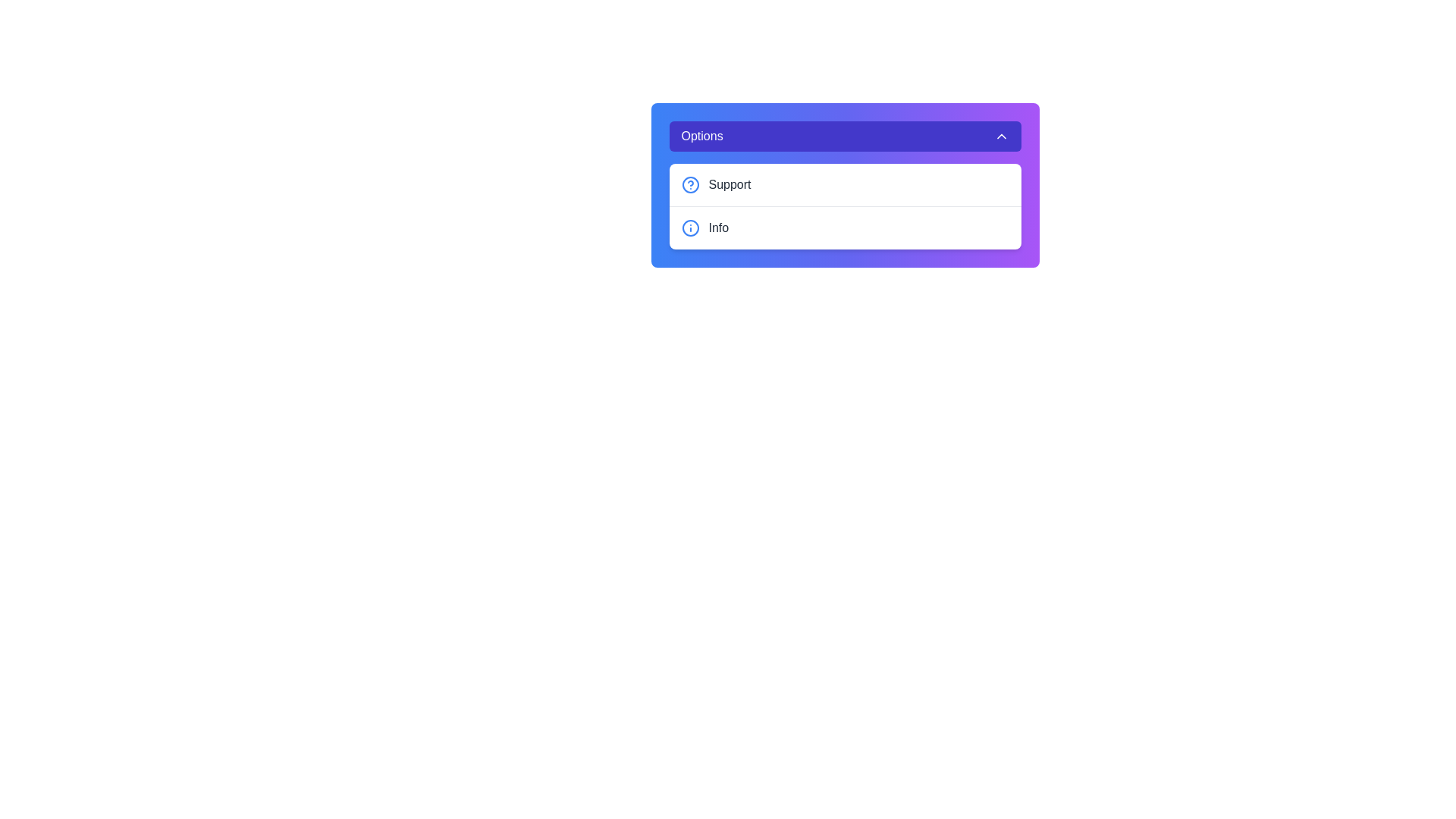 The height and width of the screenshot is (819, 1456). I want to click on the blue circle icon with a question mark, so click(689, 184).